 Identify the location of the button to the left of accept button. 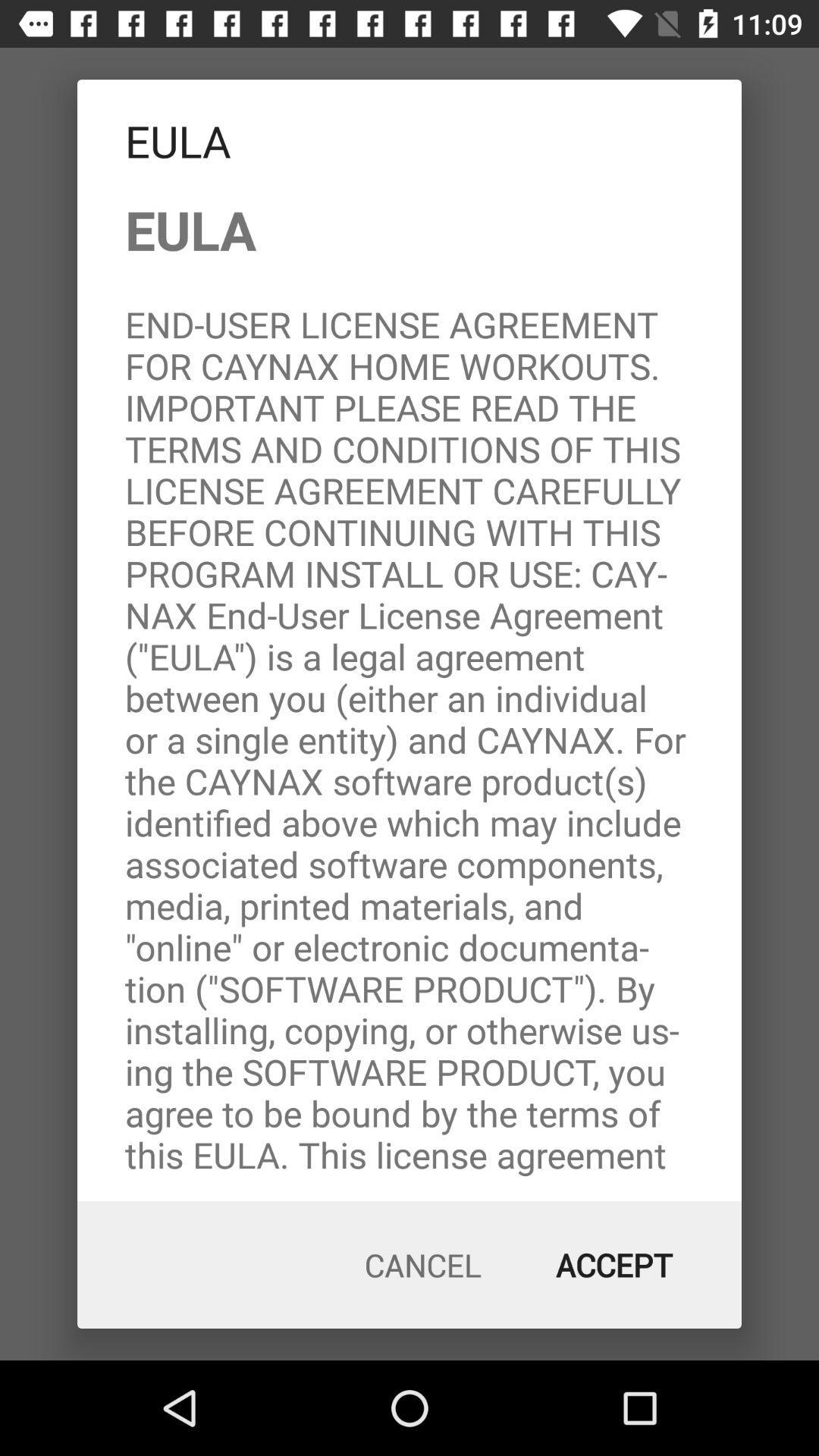
(423, 1265).